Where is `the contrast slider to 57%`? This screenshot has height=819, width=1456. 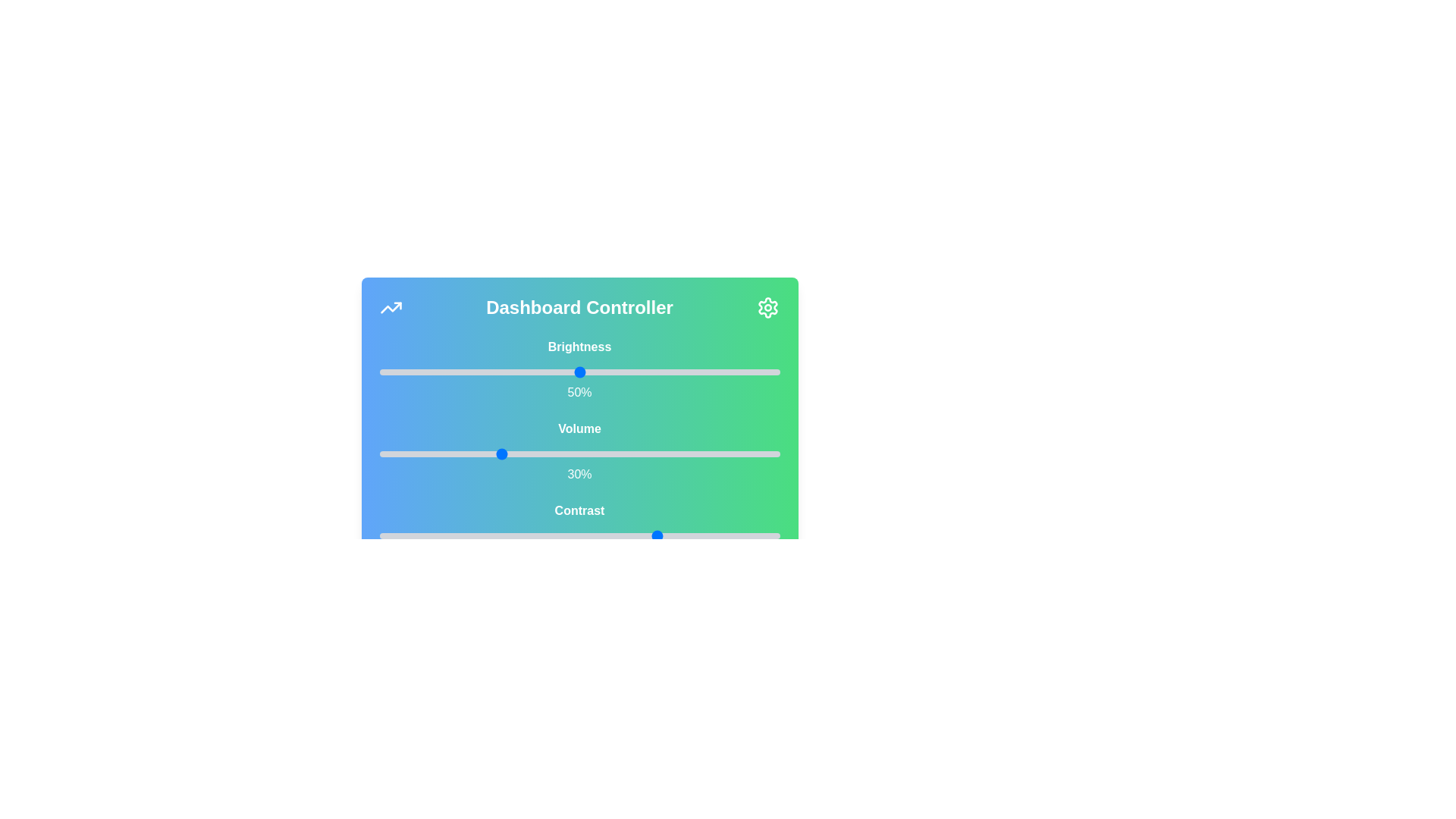 the contrast slider to 57% is located at coordinates (607, 535).